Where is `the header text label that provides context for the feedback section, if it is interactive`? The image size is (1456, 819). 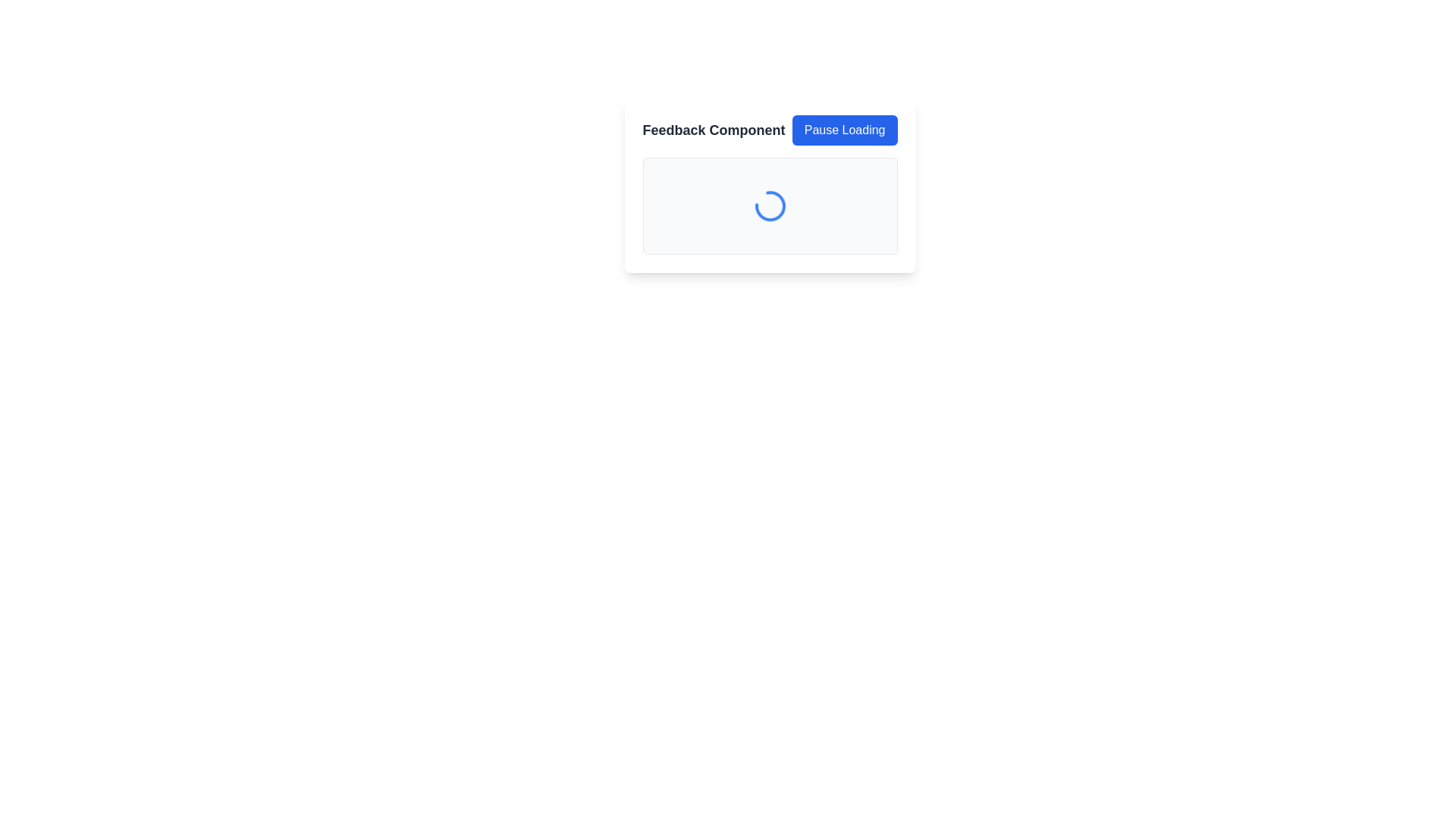 the header text label that provides context for the feedback section, if it is interactive is located at coordinates (713, 130).